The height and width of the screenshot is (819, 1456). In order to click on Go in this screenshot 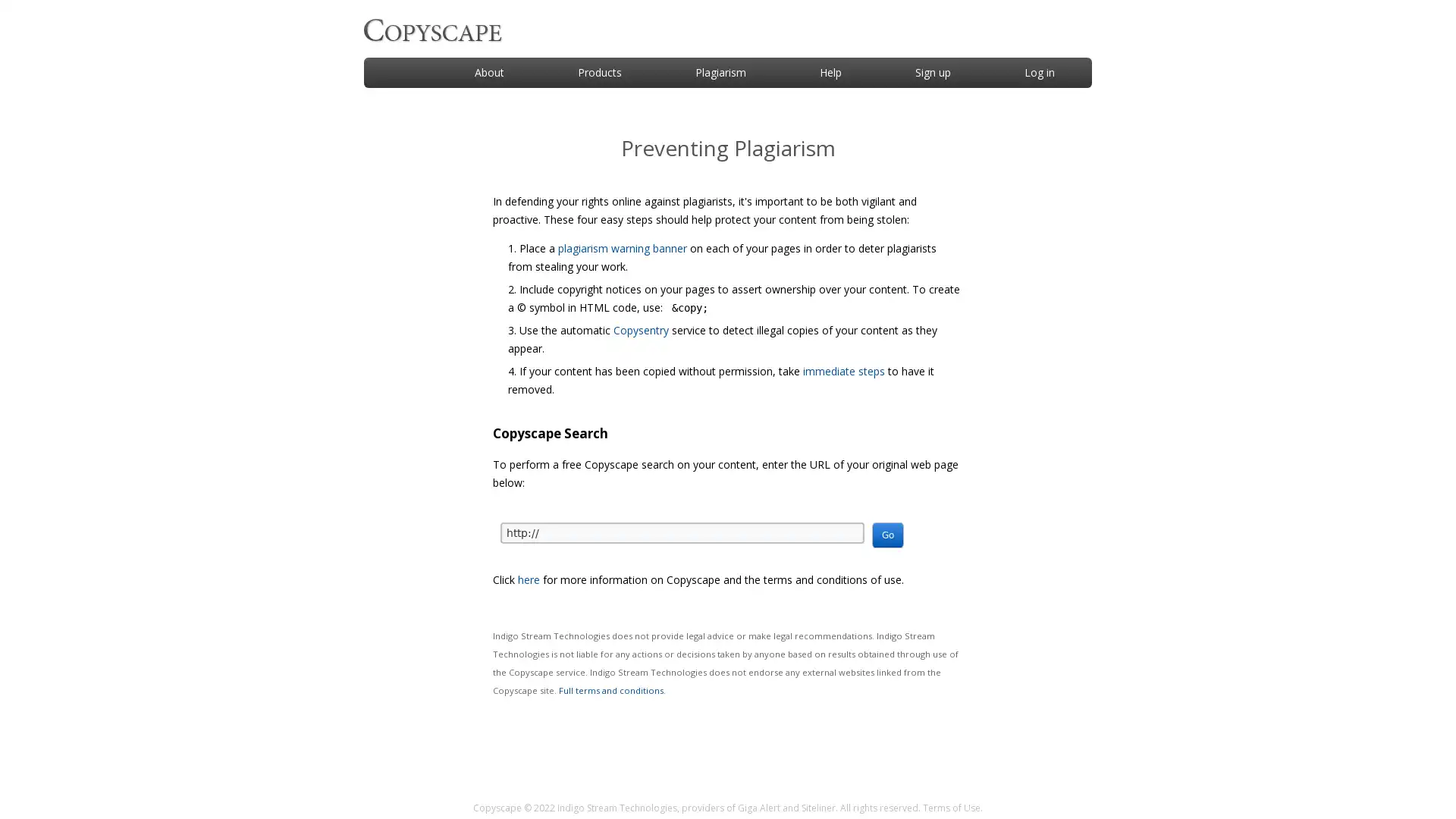, I will do `click(888, 534)`.